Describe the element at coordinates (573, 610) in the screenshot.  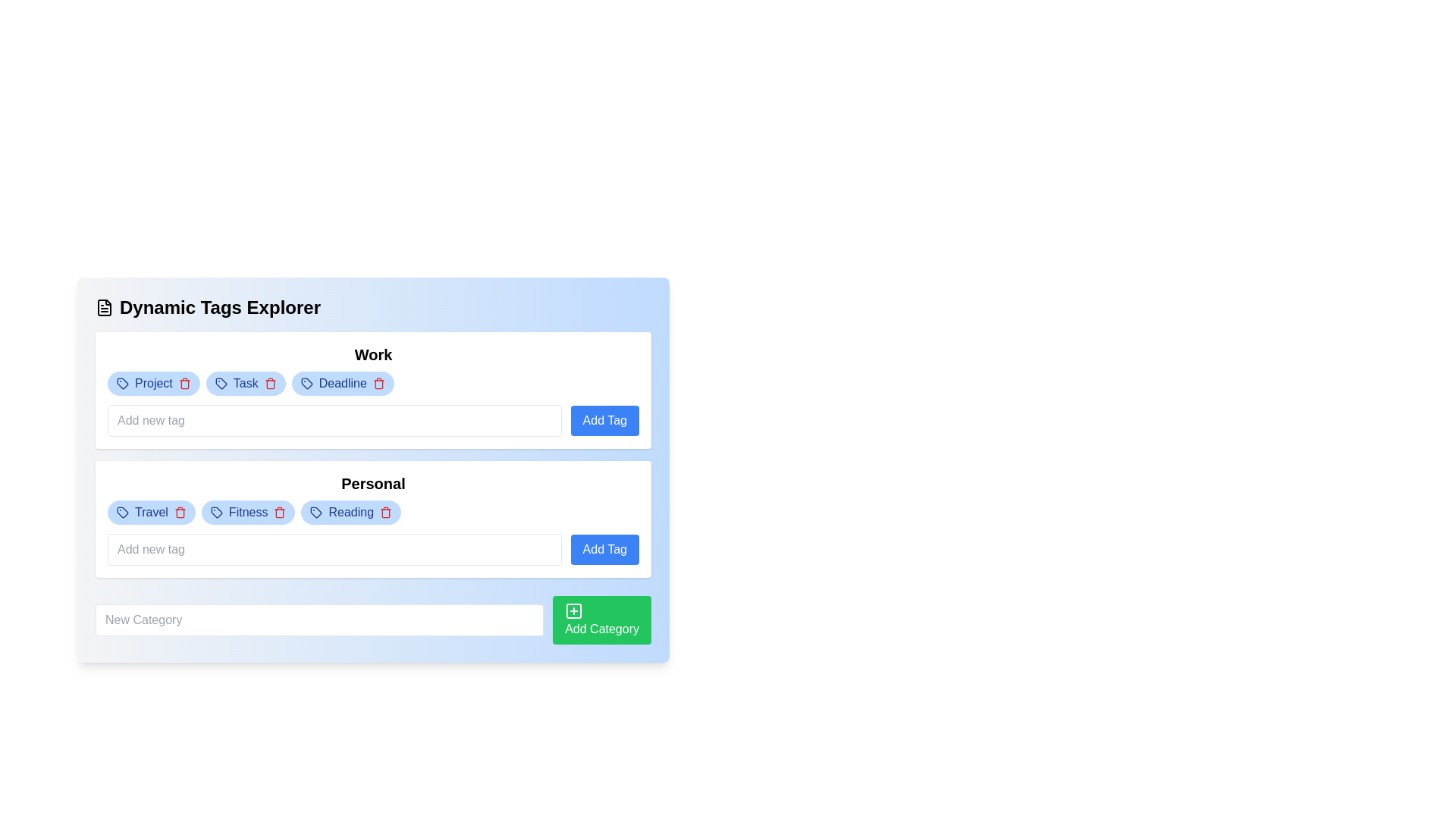
I see `the square icon with rounded corners featuring a '+' symbol, which is embedded in the green 'Add Category' button located at the bottom-right corner of the interface` at that location.